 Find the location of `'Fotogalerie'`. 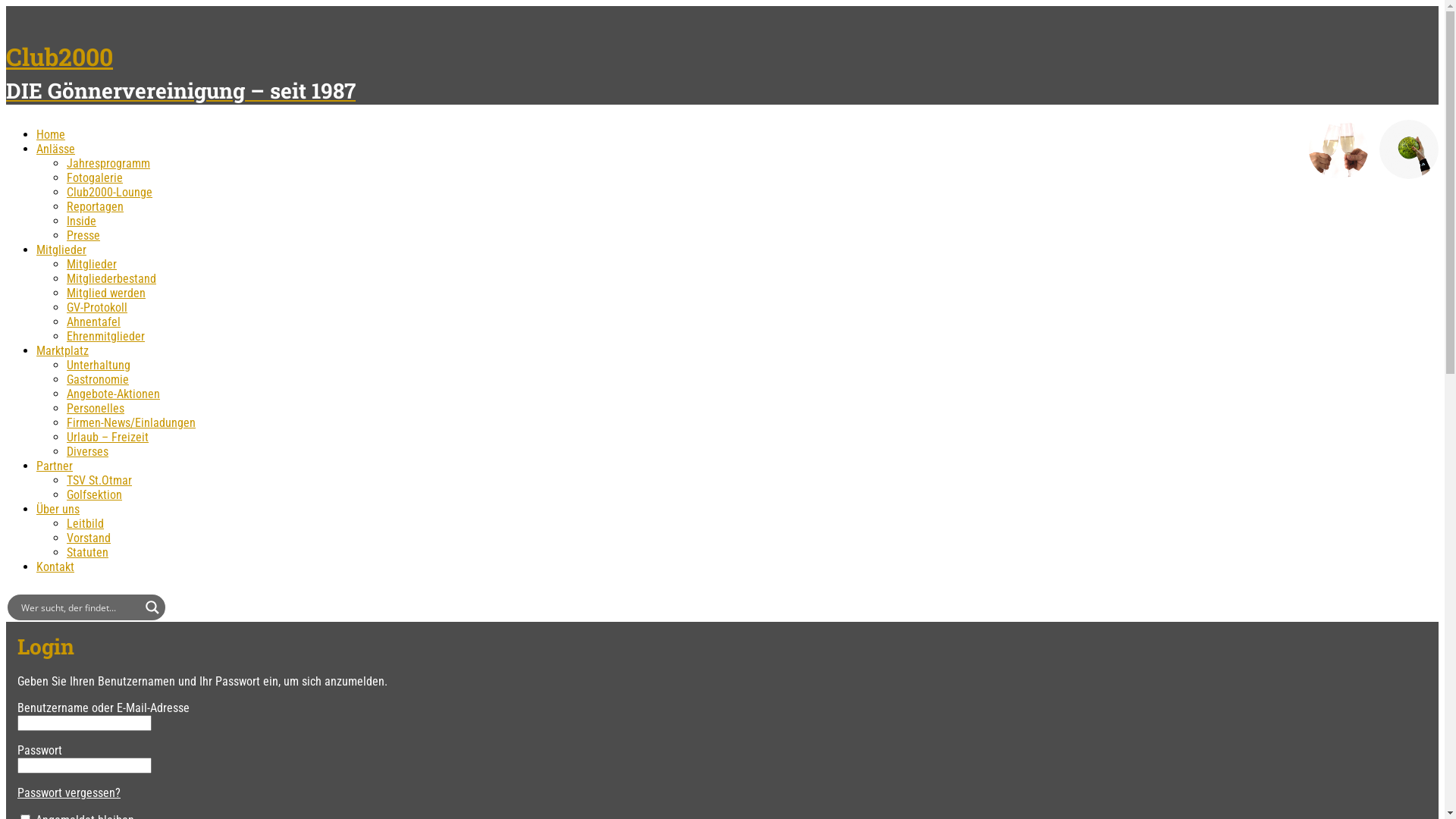

'Fotogalerie' is located at coordinates (93, 177).